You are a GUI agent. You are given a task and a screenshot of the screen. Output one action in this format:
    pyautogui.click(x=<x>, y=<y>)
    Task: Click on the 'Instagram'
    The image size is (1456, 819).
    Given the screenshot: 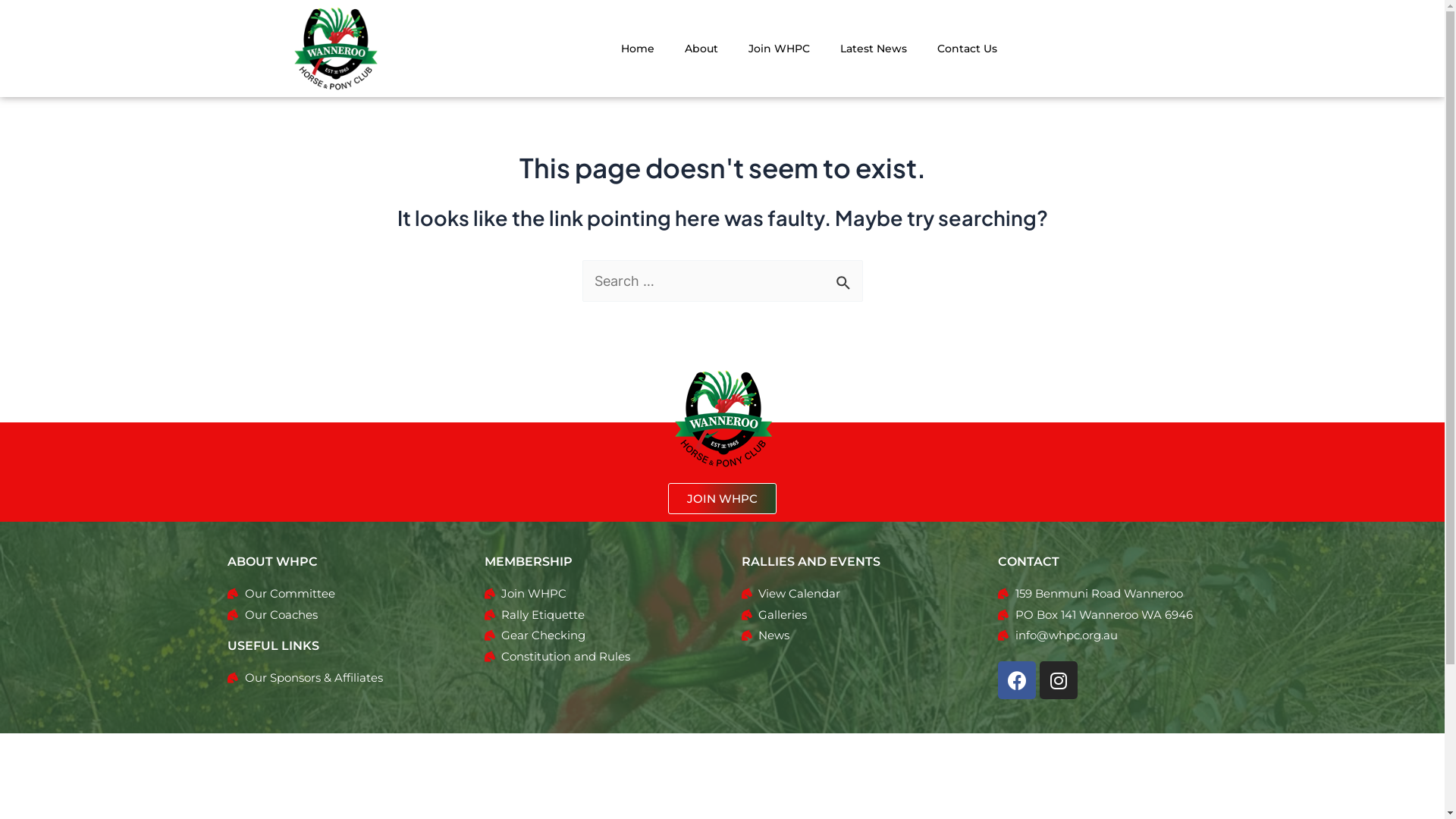 What is the action you would take?
    pyautogui.click(x=1058, y=679)
    